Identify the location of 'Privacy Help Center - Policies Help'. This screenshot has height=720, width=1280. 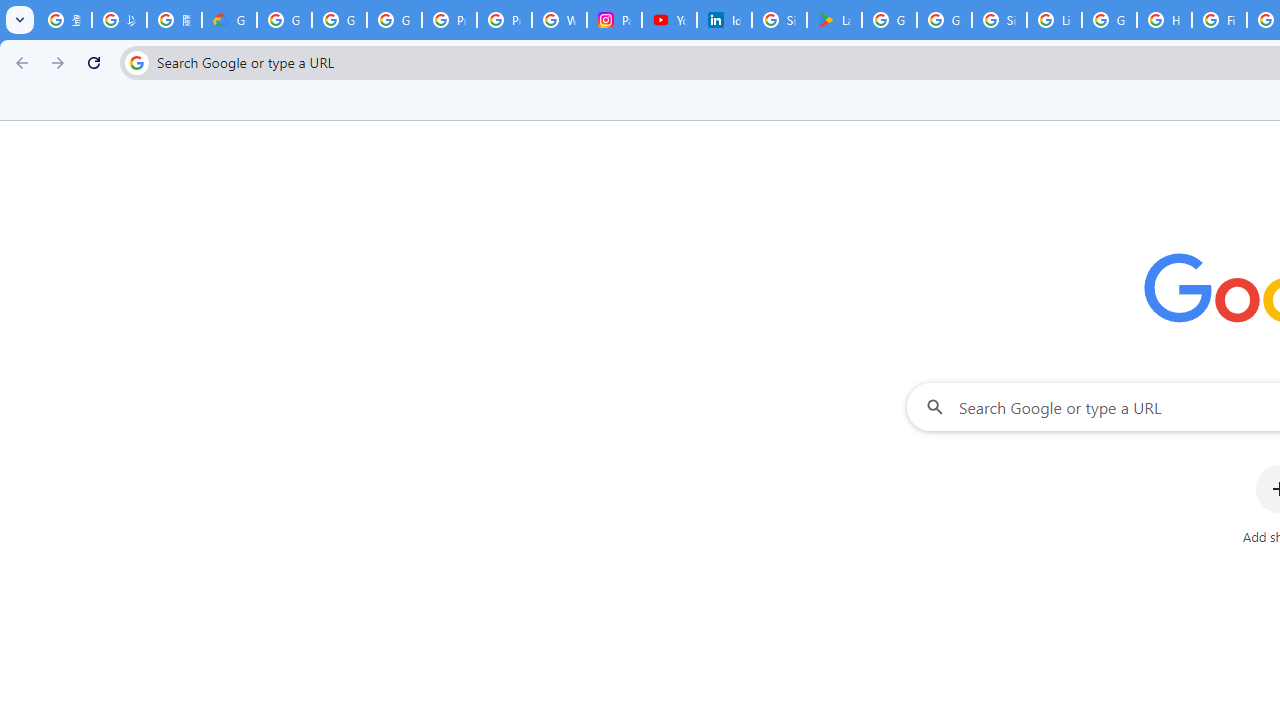
(504, 20).